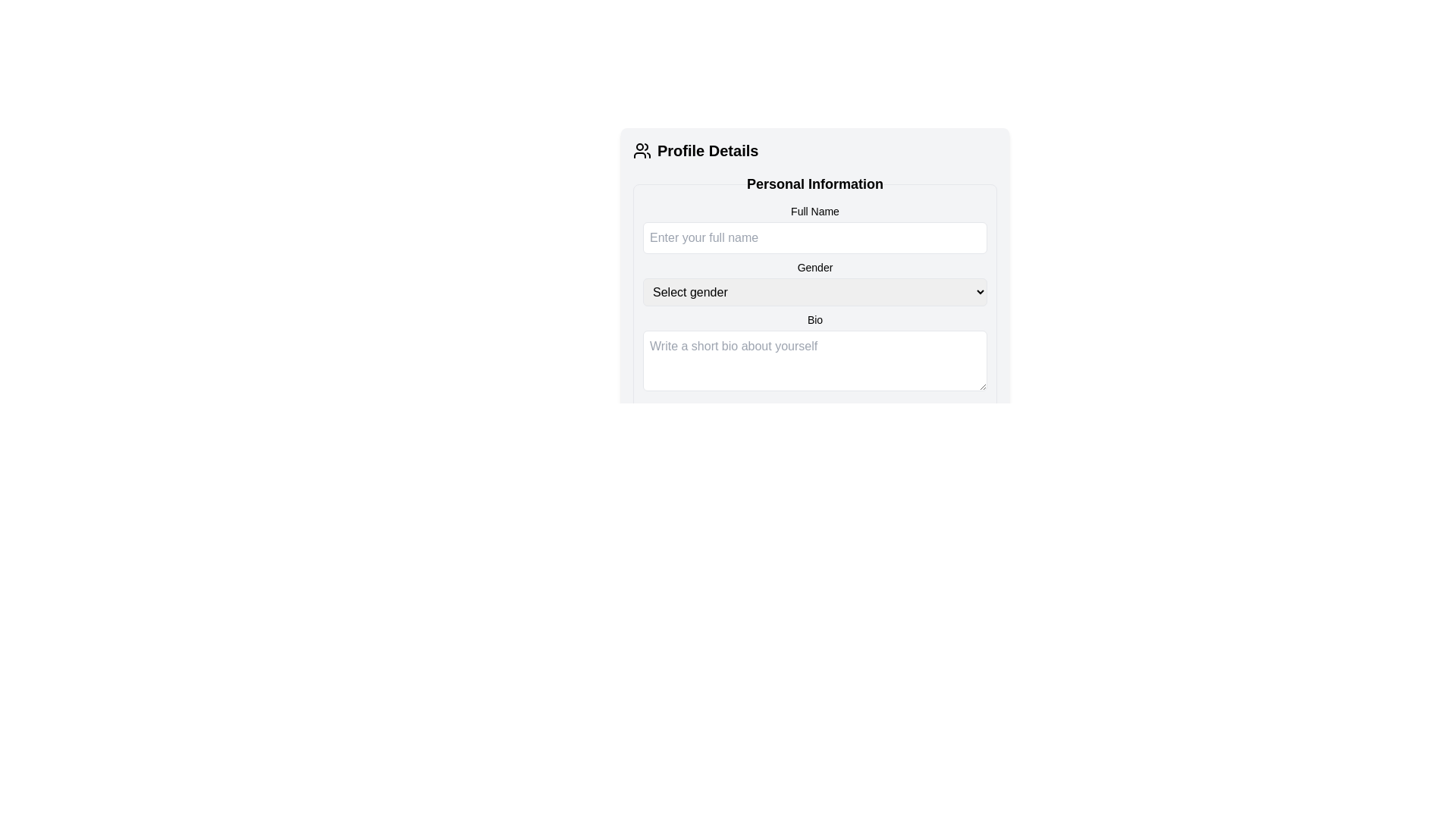 The image size is (1456, 819). Describe the element at coordinates (814, 318) in the screenshot. I see `the static text label reading 'Bio', which is positioned above the textarea input field in the middle section of the form under the 'Select gender' dropdown` at that location.